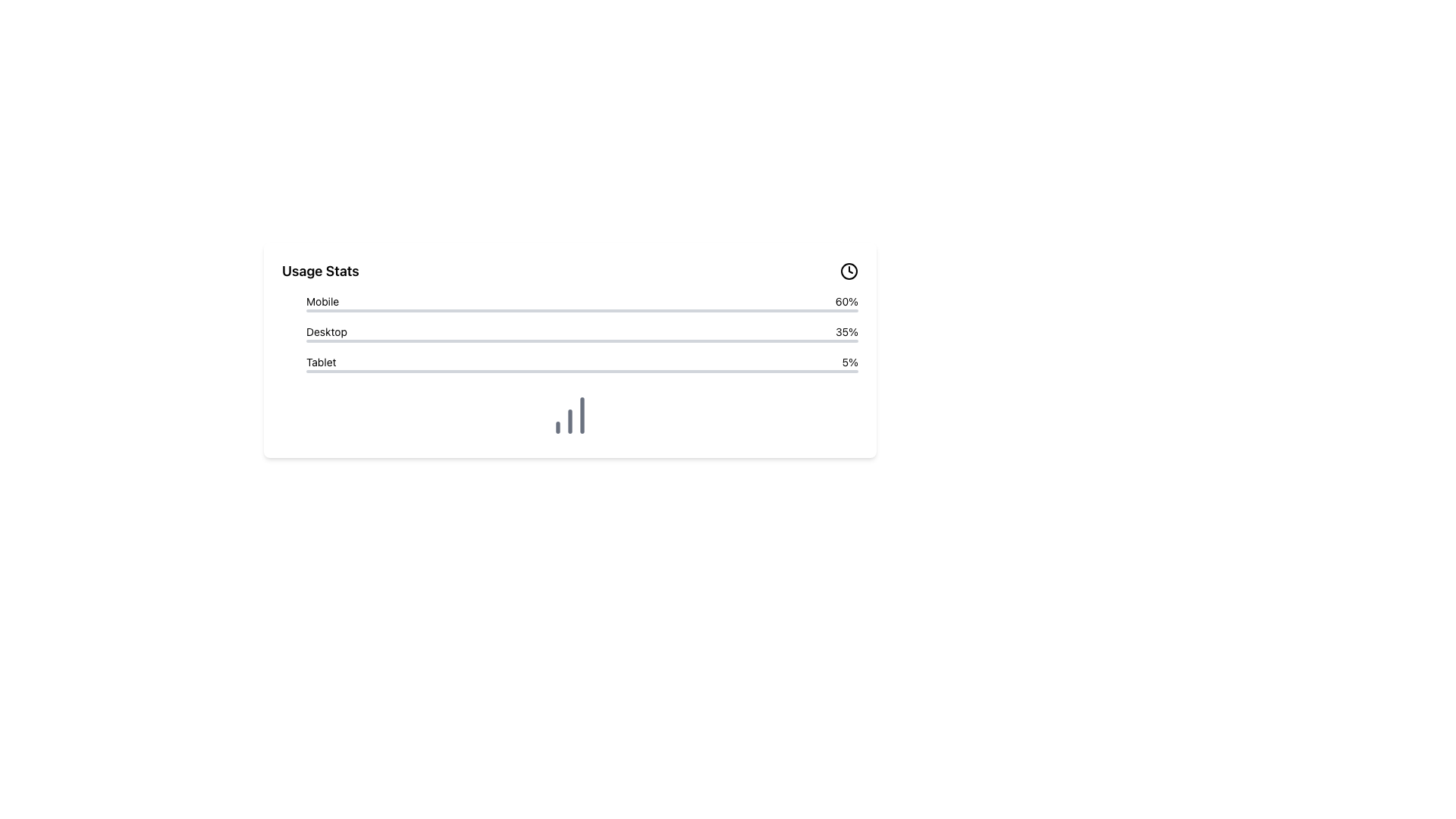 This screenshot has height=819, width=1456. What do you see at coordinates (582, 303) in the screenshot?
I see `the progress bar labeled 'Mobile' that displays '60%'` at bounding box center [582, 303].